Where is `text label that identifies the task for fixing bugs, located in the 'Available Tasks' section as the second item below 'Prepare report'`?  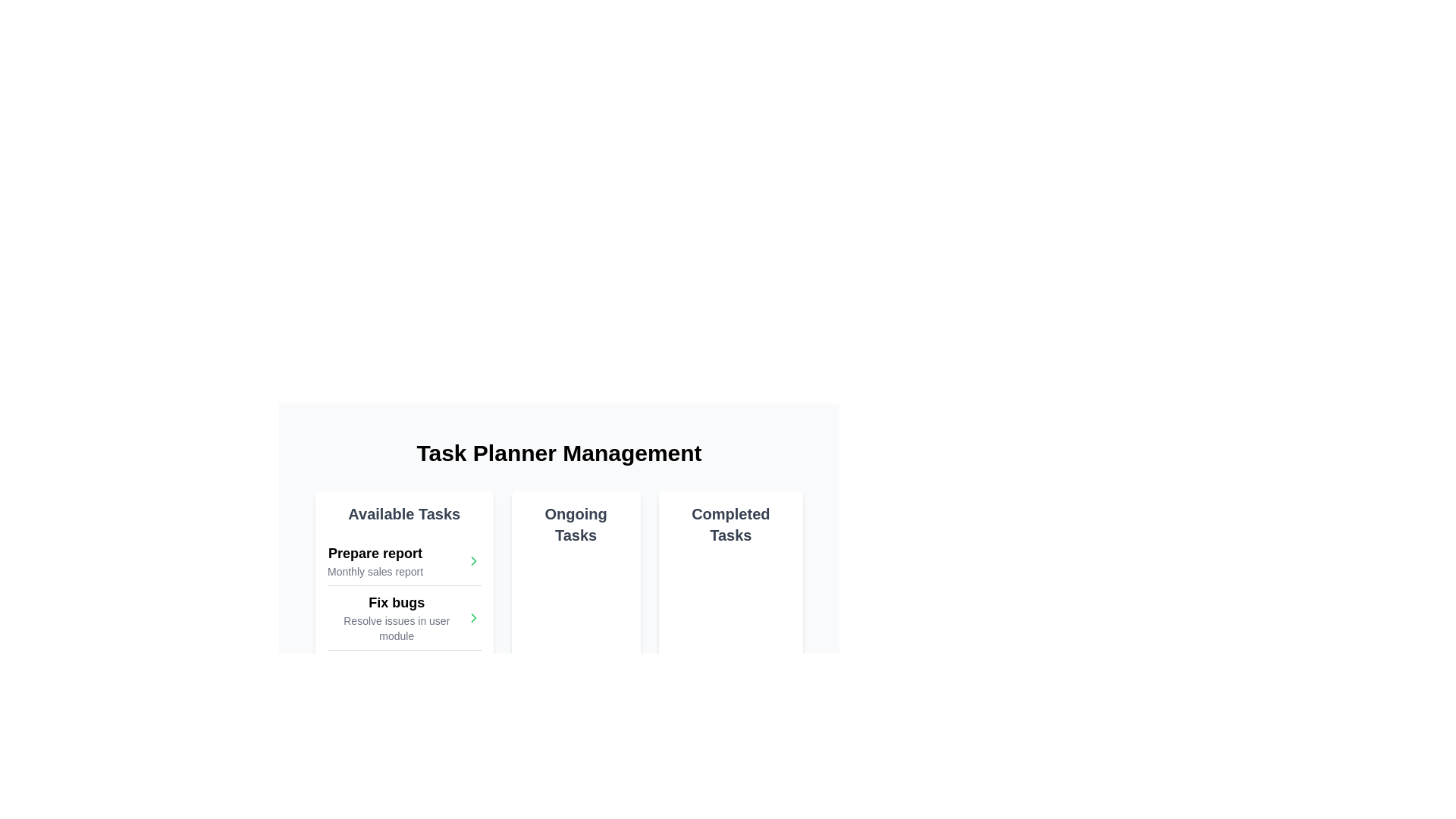 text label that identifies the task for fixing bugs, located in the 'Available Tasks' section as the second item below 'Prepare report' is located at coordinates (397, 601).